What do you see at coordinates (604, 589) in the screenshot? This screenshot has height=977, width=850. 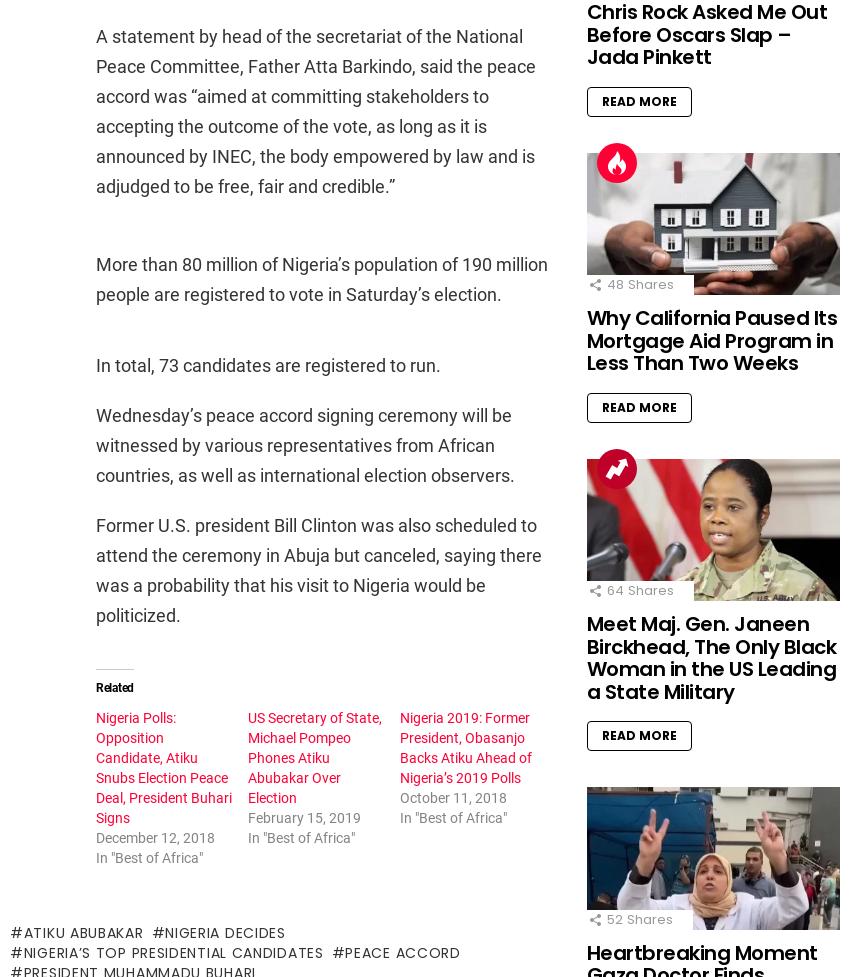 I see `'64'` at bounding box center [604, 589].